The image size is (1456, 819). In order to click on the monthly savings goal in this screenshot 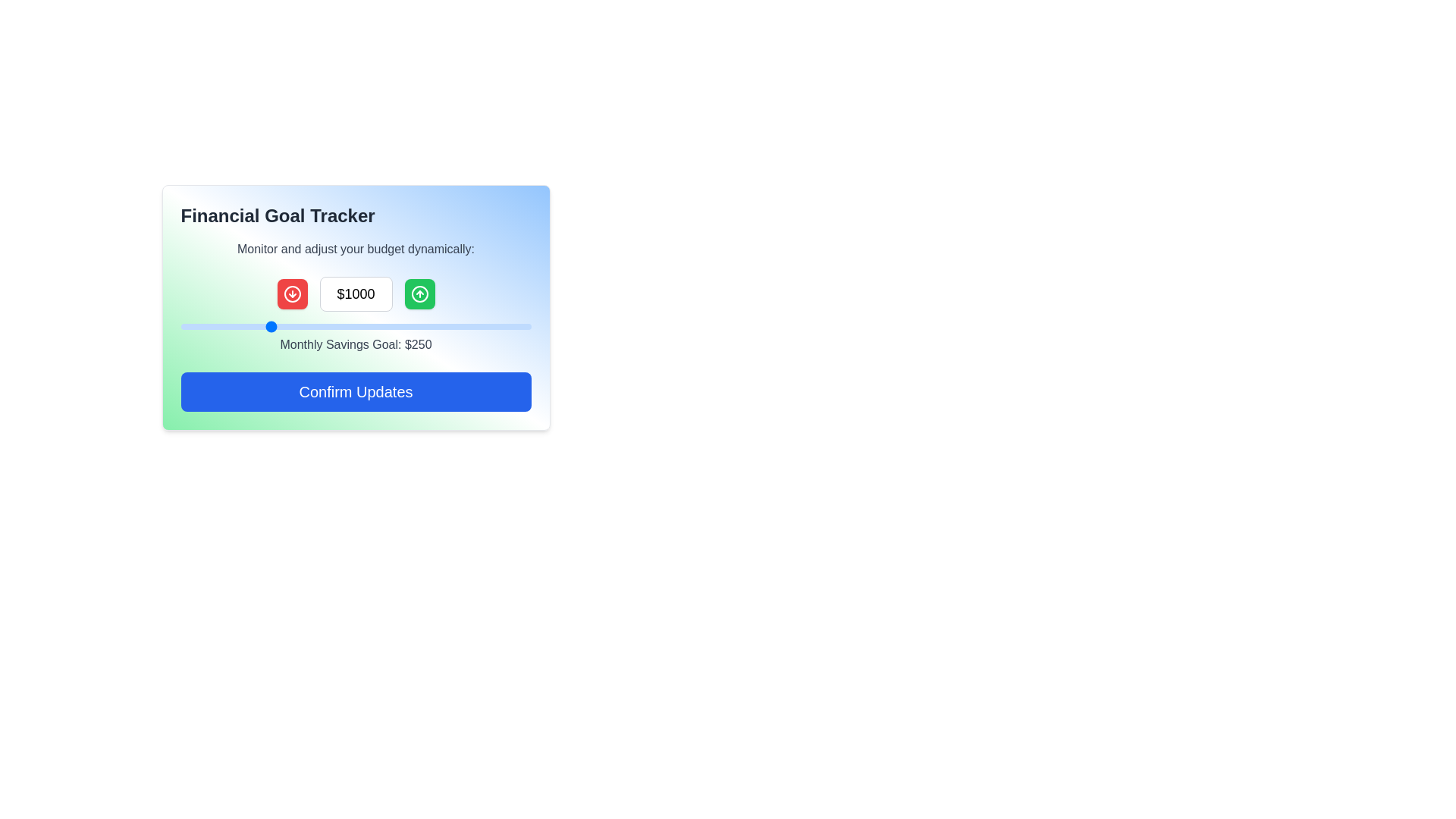, I will do `click(492, 326)`.